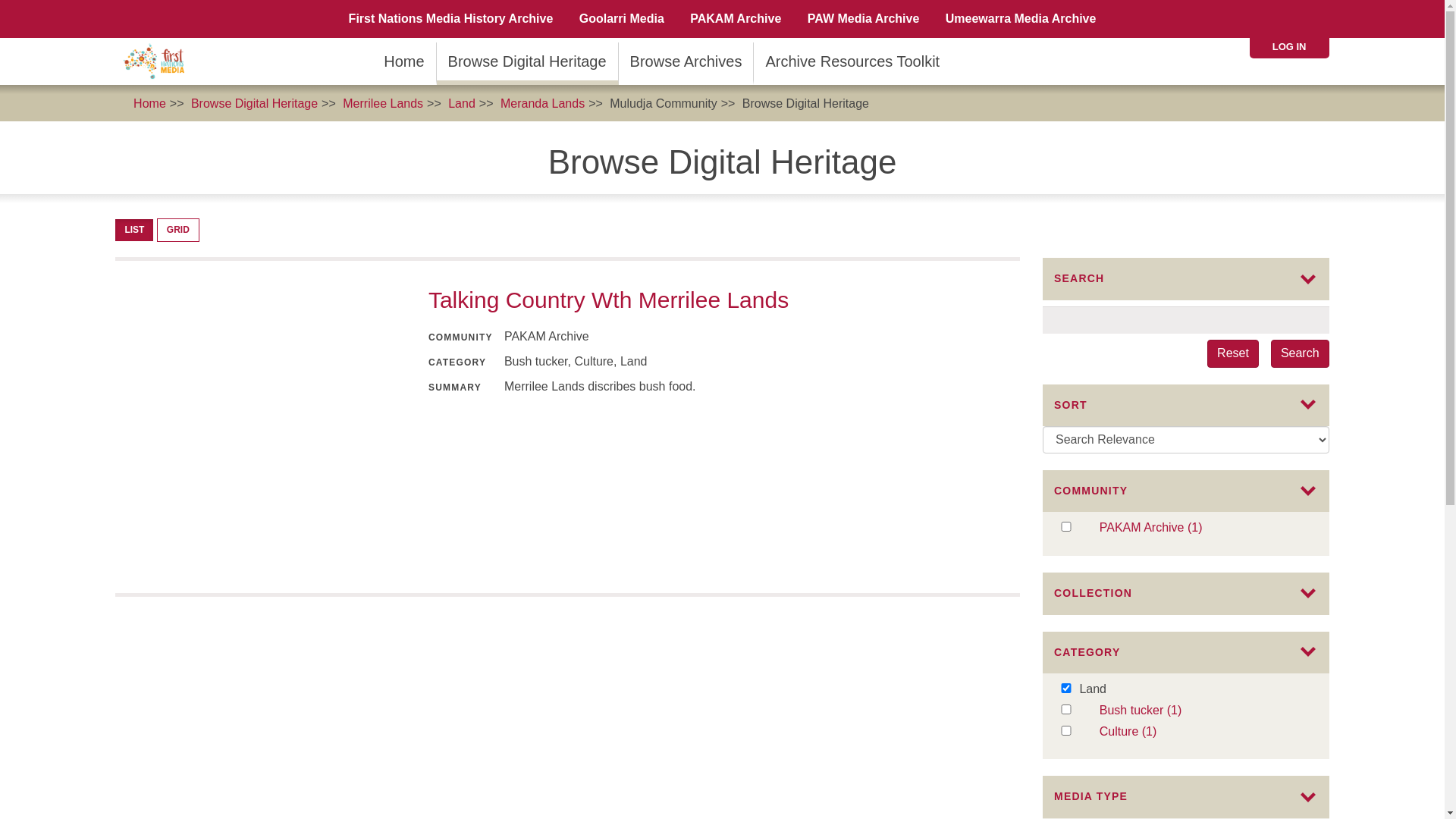 Image resolution: width=1456 pixels, height=819 pixels. I want to click on 'Search', so click(1299, 353).